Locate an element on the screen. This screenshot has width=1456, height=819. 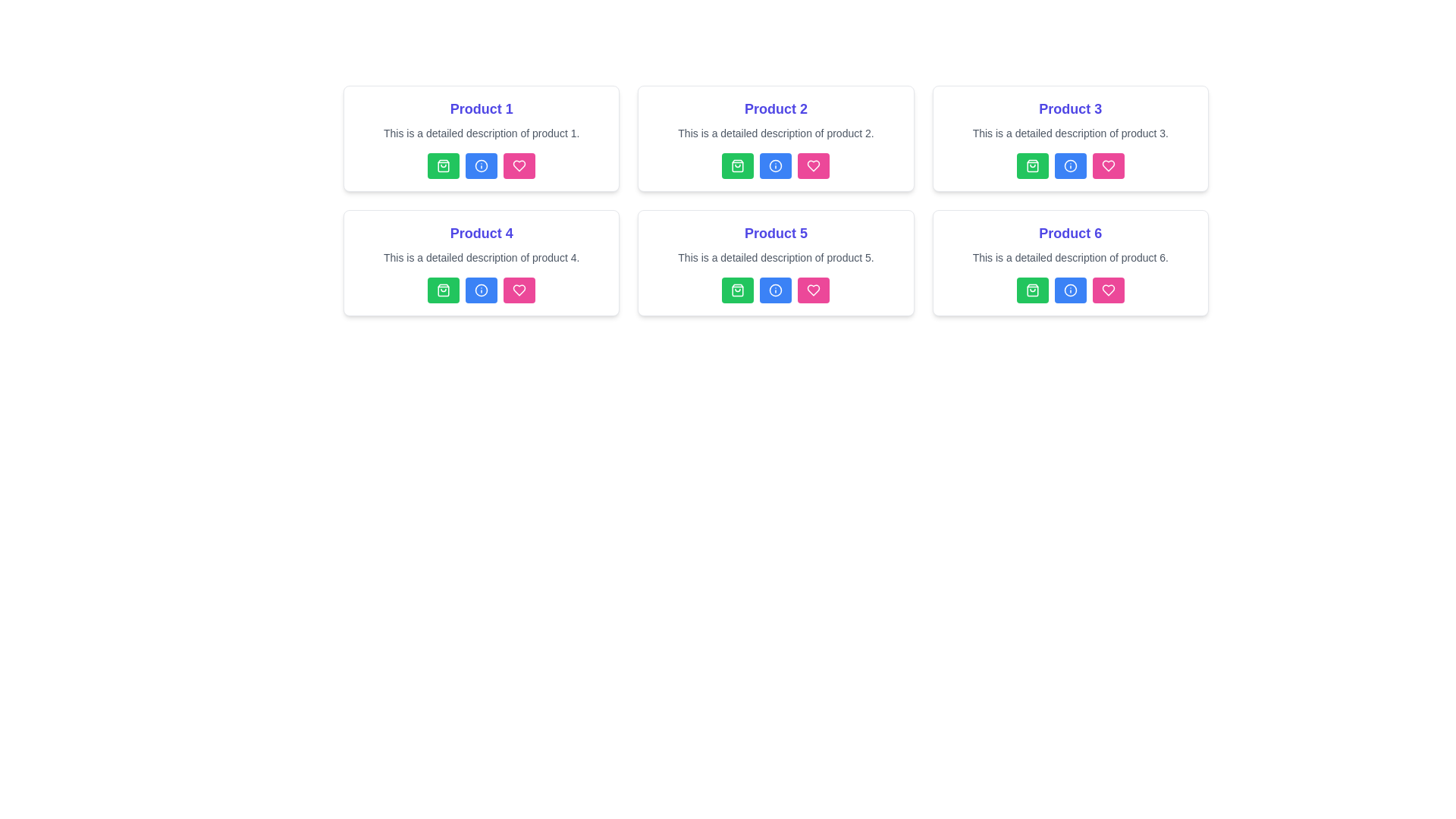
the shopping bag icon with a green background, located in the third button of the interactive options for 'Product 6' is located at coordinates (1031, 290).